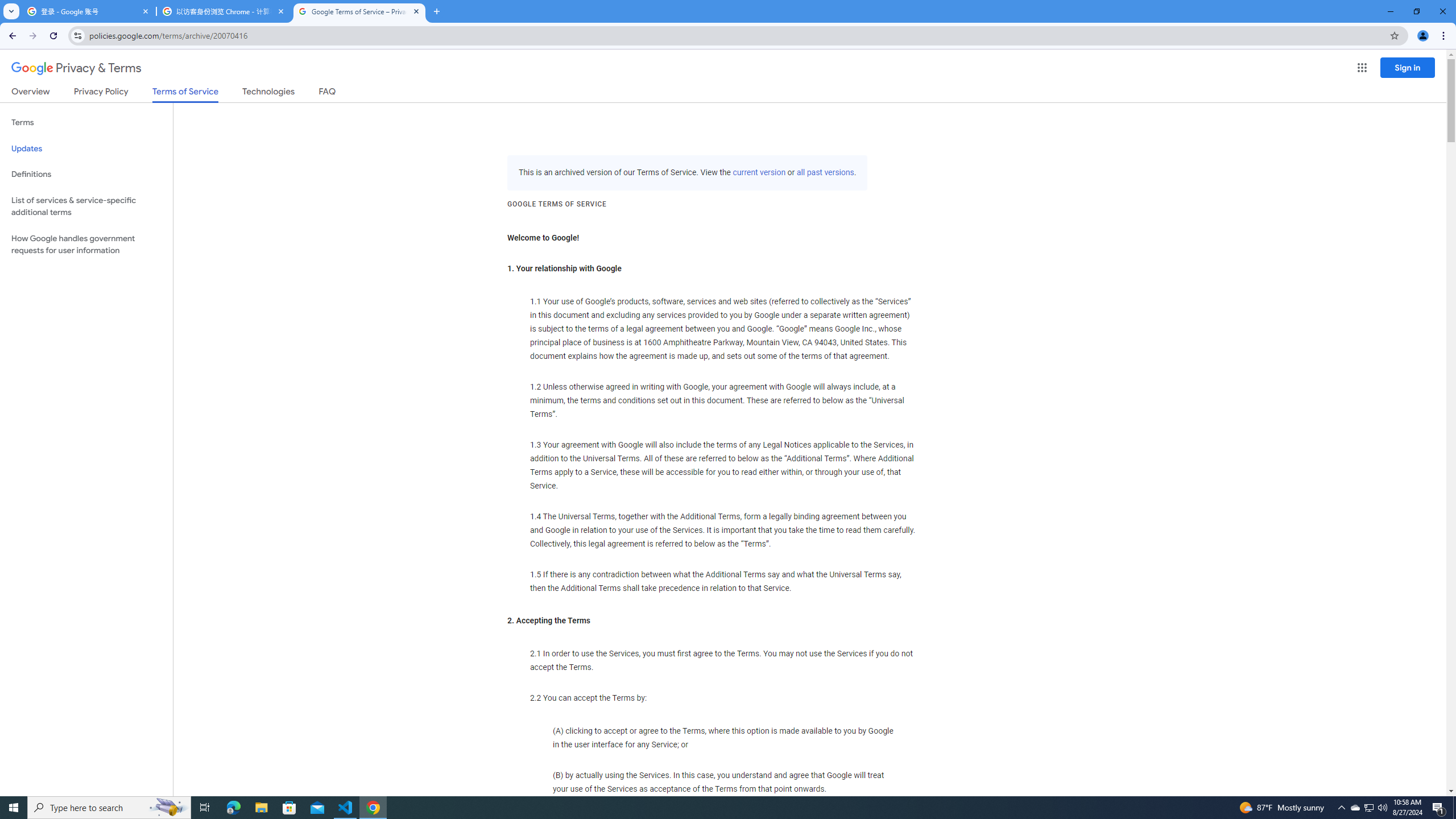  Describe the element at coordinates (86, 205) in the screenshot. I see `'List of services & service-specific additional terms'` at that location.